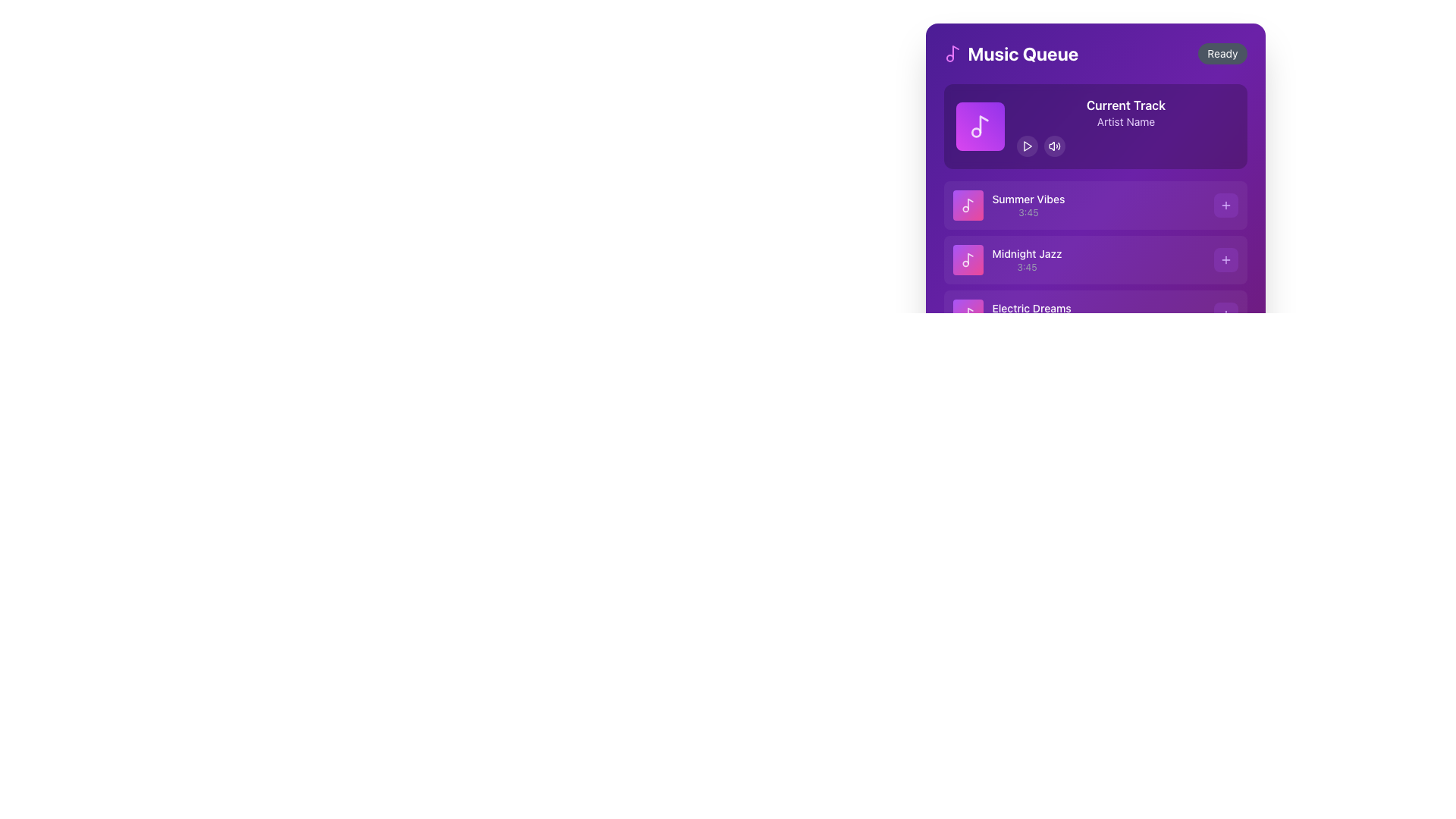 The width and height of the screenshot is (1456, 819). What do you see at coordinates (1095, 314) in the screenshot?
I see `the text of the song 'Electric Dreams' in the list item` at bounding box center [1095, 314].